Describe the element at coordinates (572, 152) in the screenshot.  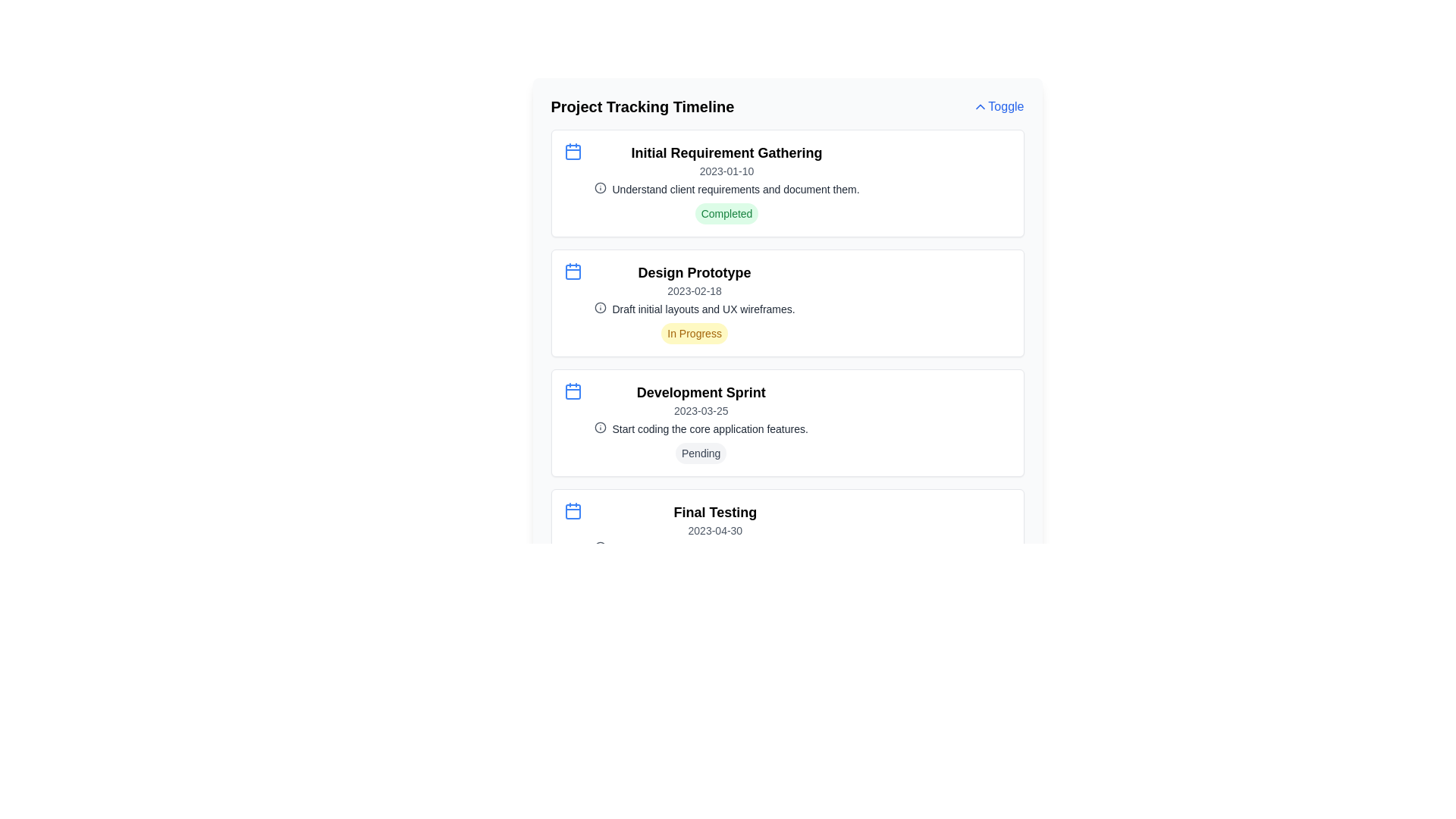
I see `the design of the small blue calendar icon located at the start of the first row in the project timeline list, aligned with the title 'Initial Requirement Gathering'` at that location.